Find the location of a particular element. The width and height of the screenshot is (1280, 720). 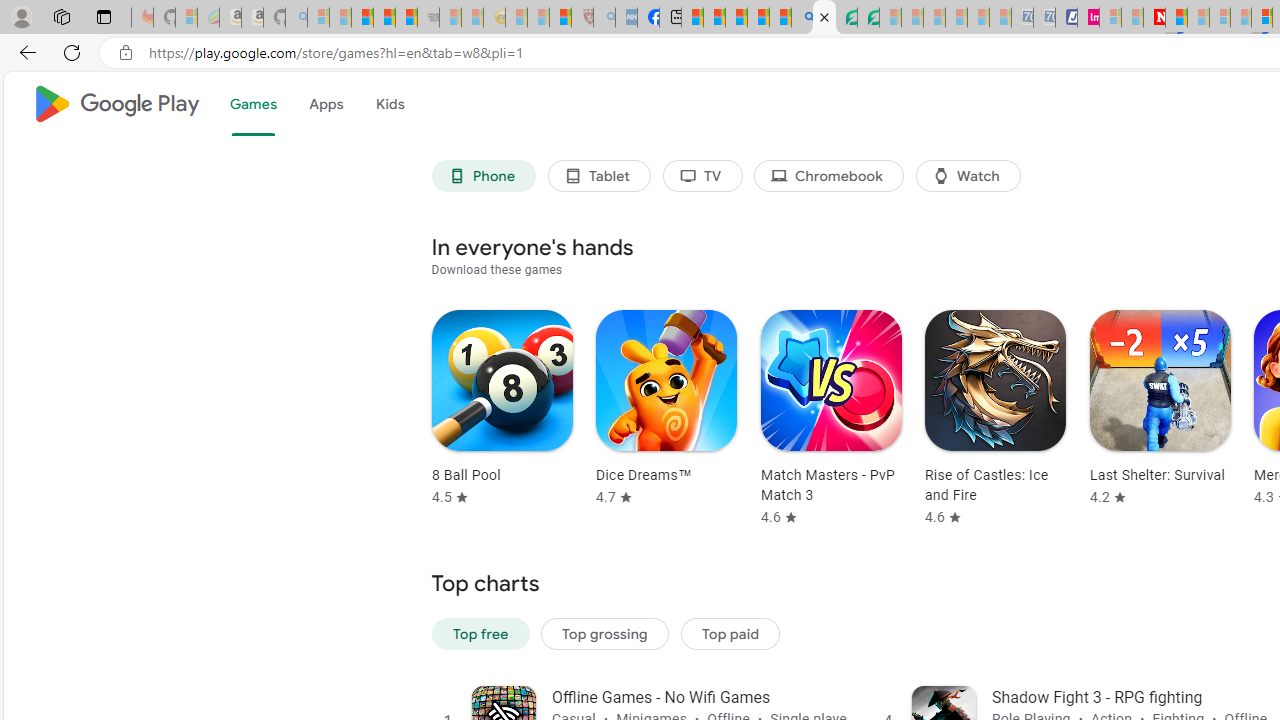

'Cheap Car Rentals - Save70.com - Sleeping' is located at coordinates (1022, 17).